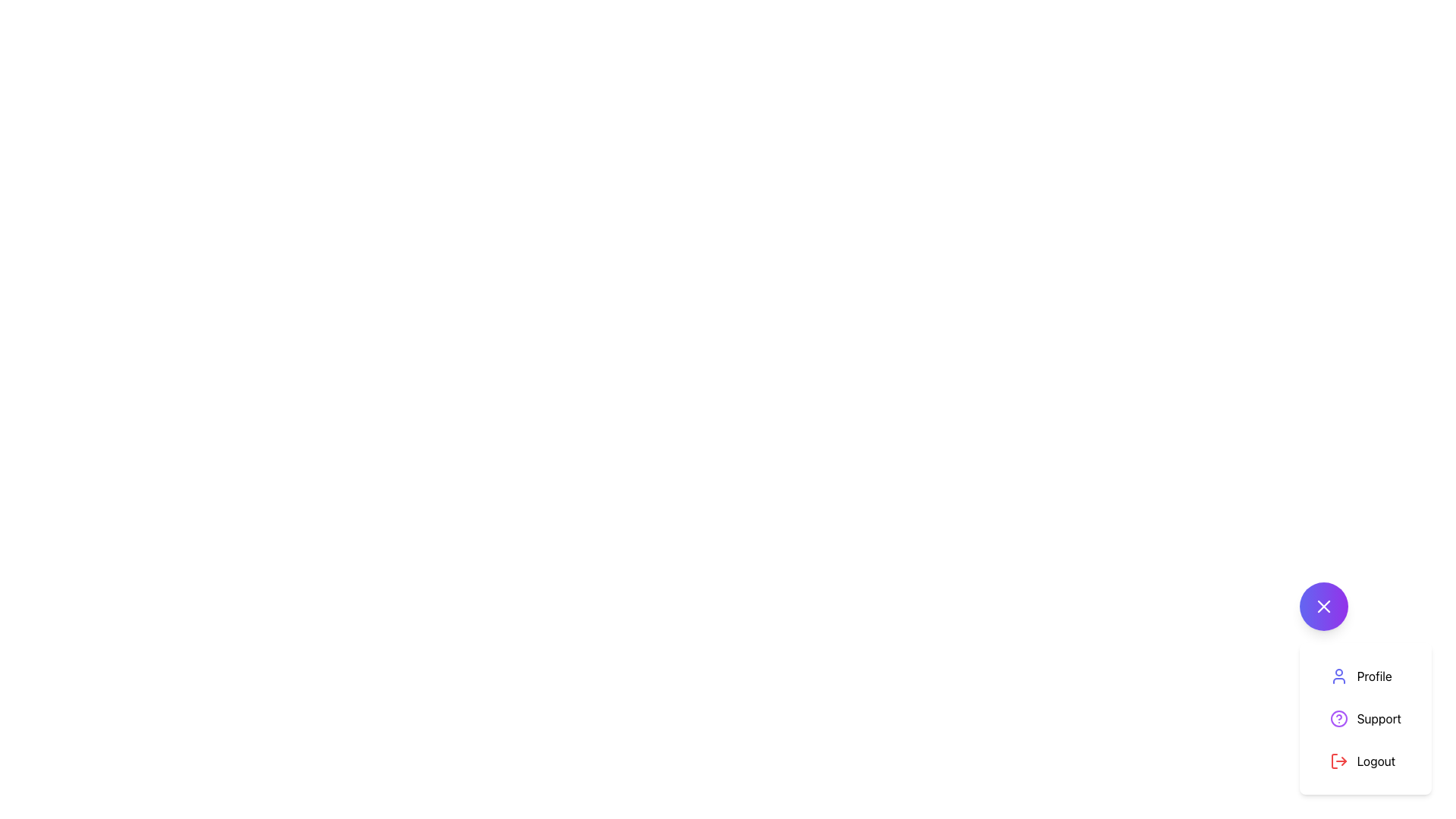 The image size is (1456, 819). What do you see at coordinates (1365, 718) in the screenshot?
I see `the second button in the vertical dropdown list, located below the 'Profile' option and above the 'Logout' option` at bounding box center [1365, 718].